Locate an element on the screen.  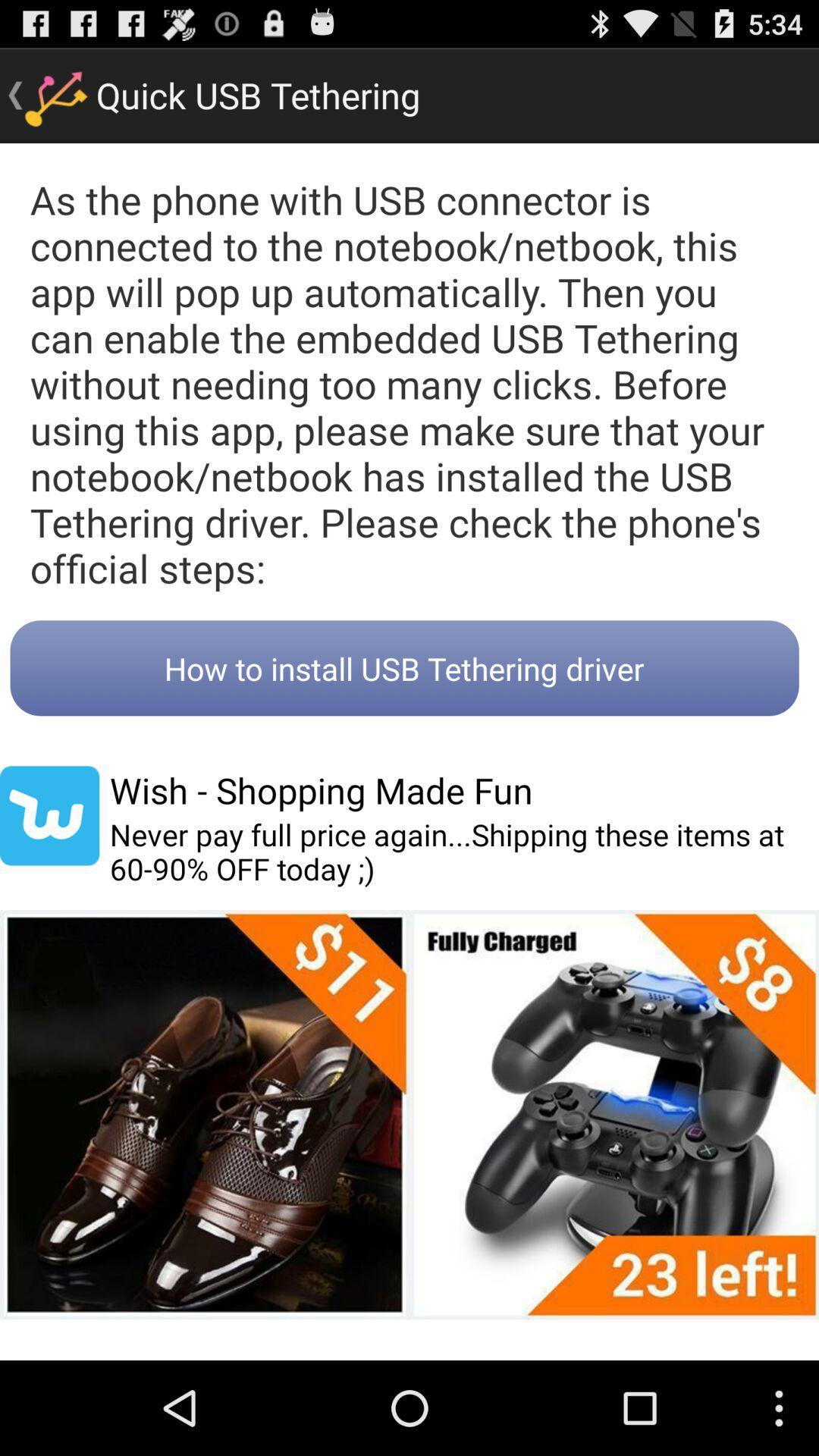
the twitter icon is located at coordinates (49, 873).